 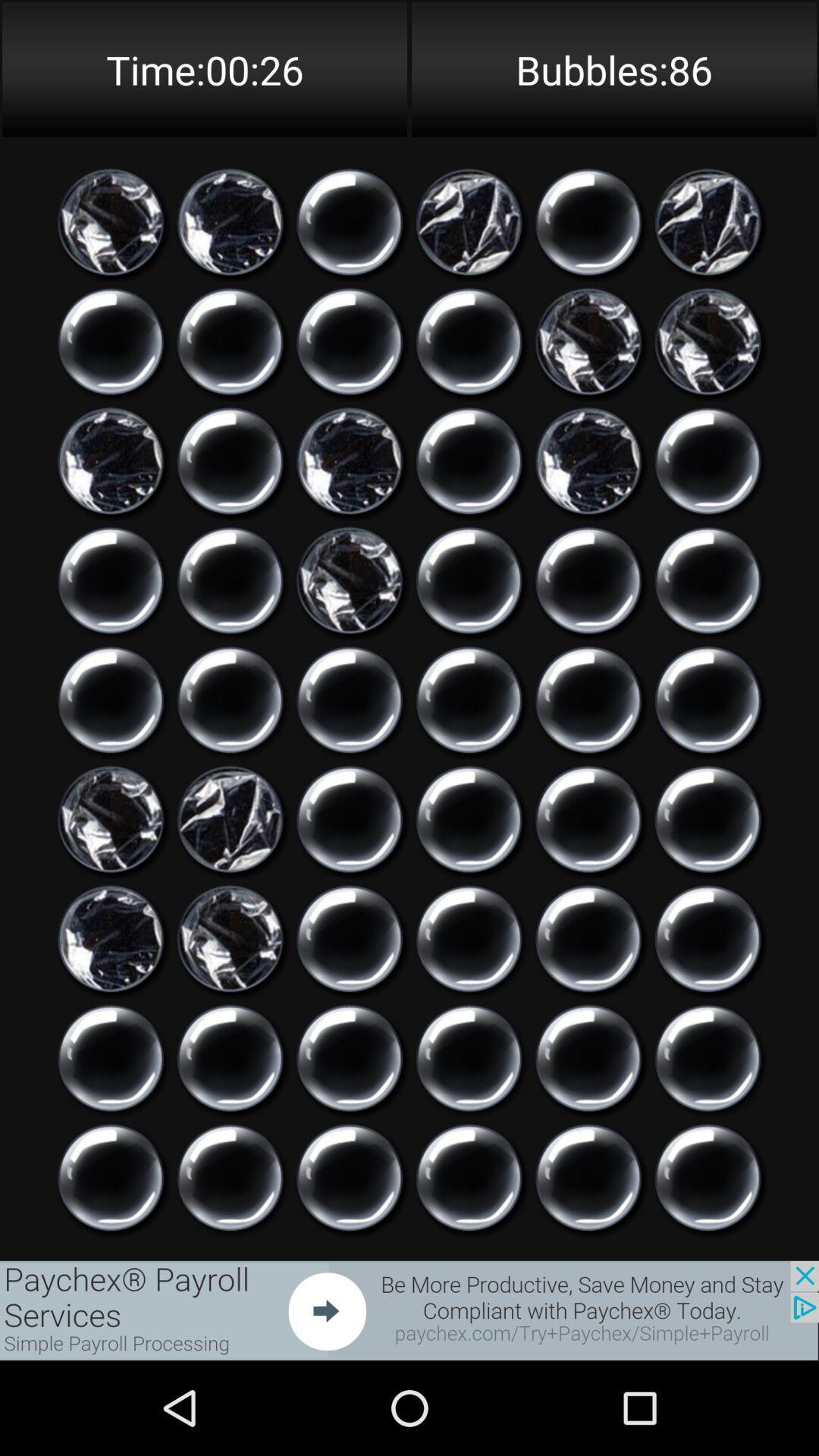 What do you see at coordinates (230, 818) in the screenshot?
I see `bubble image` at bounding box center [230, 818].